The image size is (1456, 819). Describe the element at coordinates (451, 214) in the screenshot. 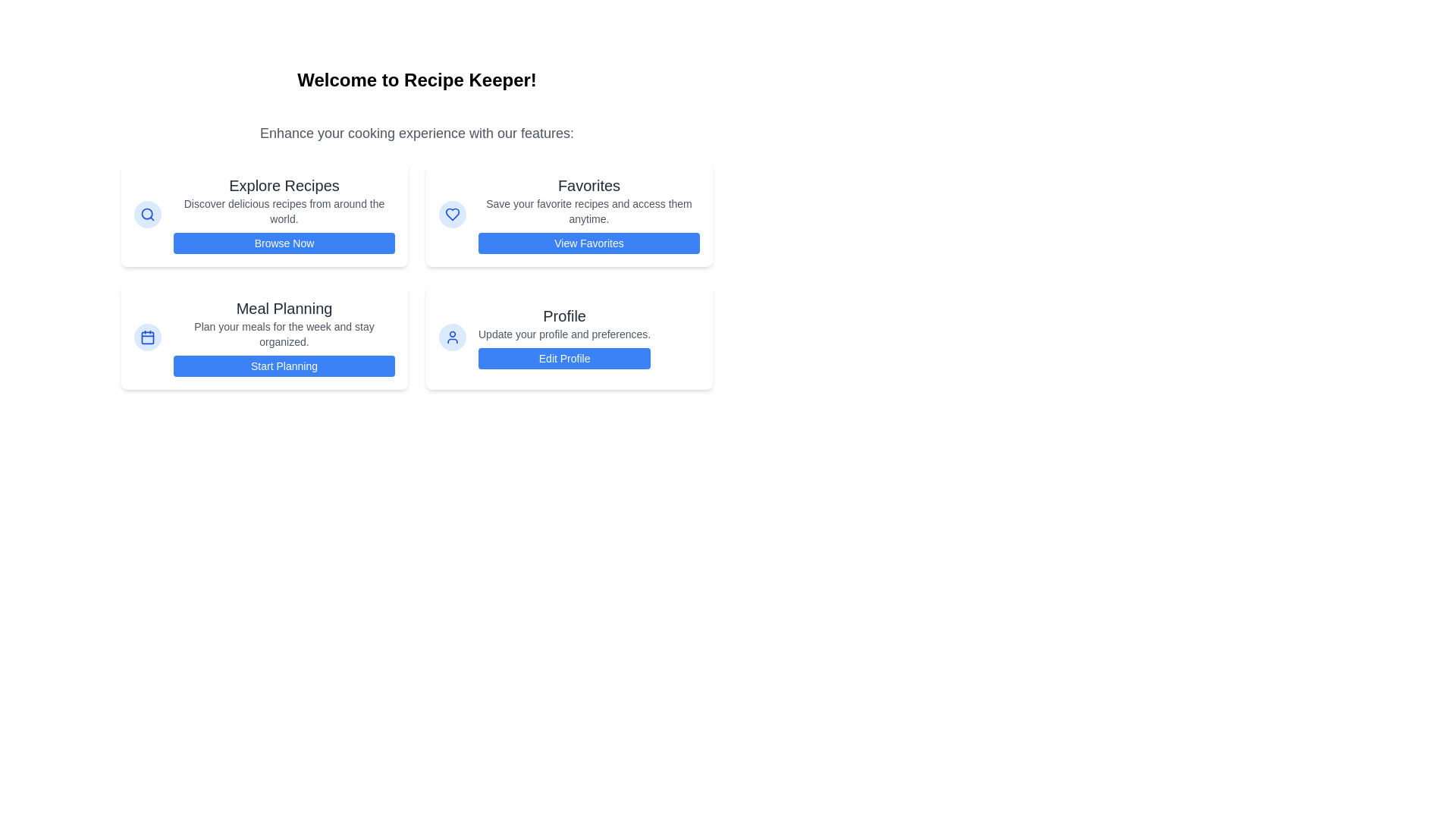

I see `the decorative 'Favorites' icon located in the upper-left part of the 'Favorites' panel` at that location.